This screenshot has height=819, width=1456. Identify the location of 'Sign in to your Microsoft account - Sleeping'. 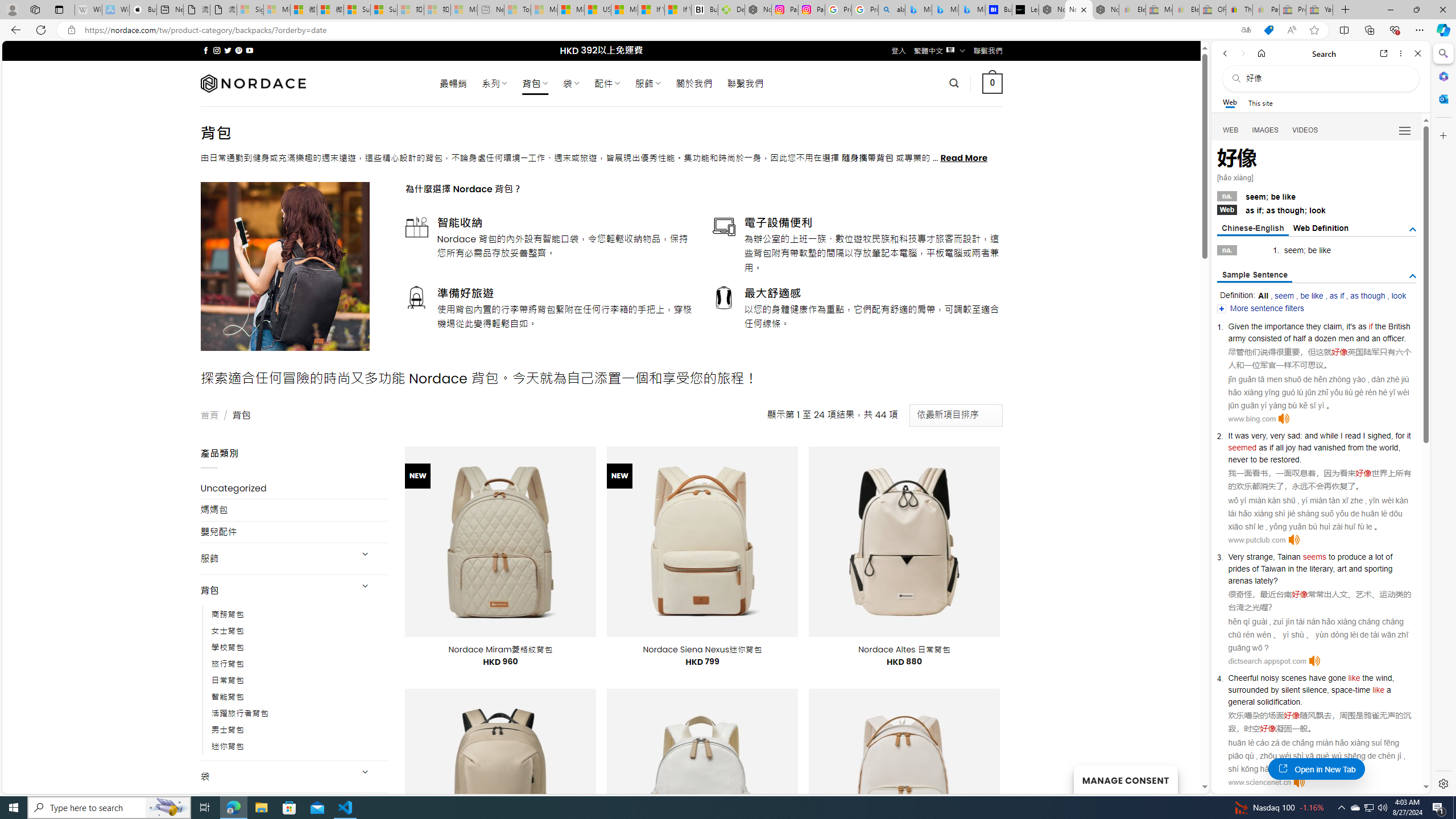
(250, 9).